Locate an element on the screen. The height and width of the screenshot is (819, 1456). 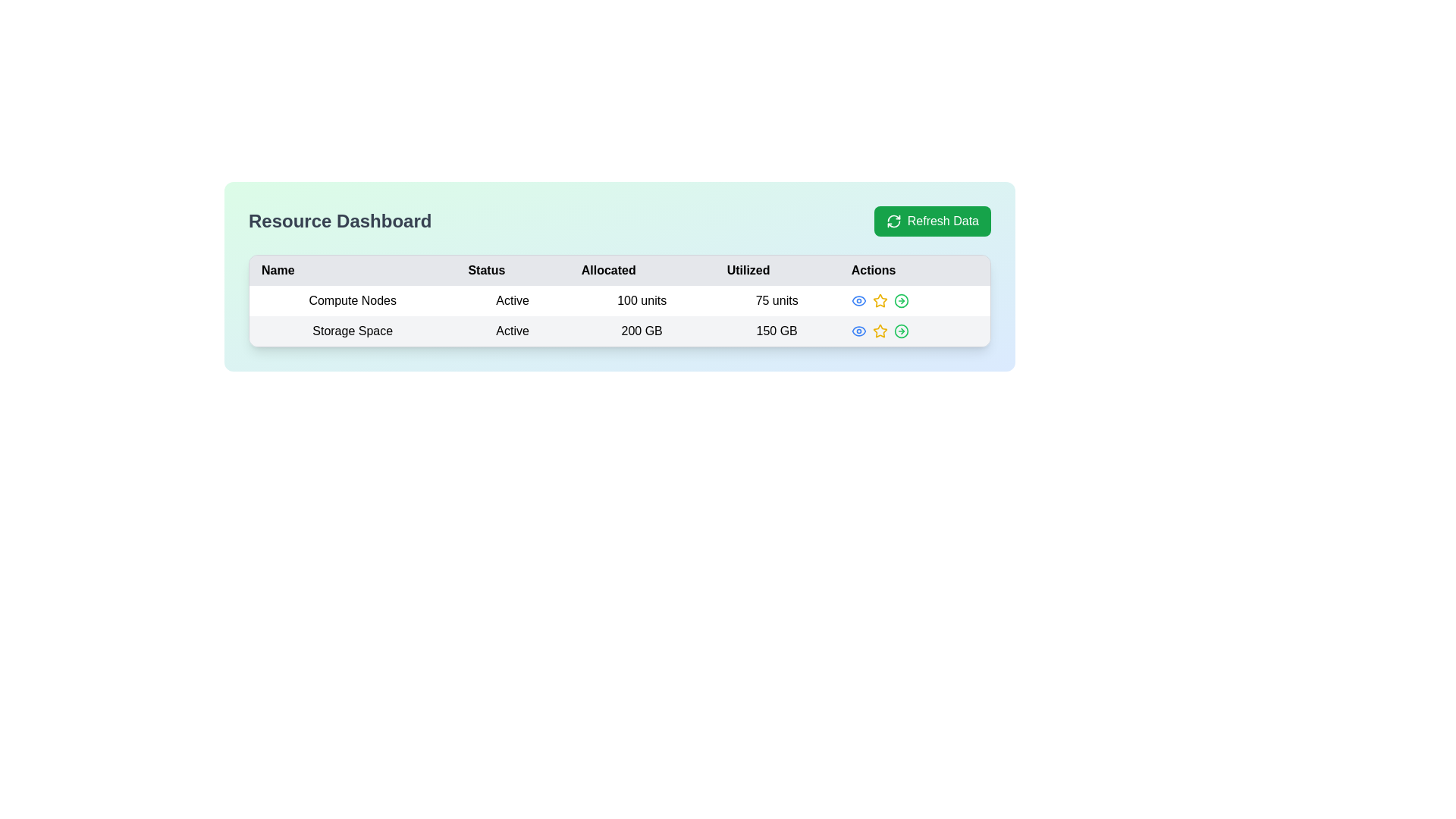
the 'Active' text label in bold black font, located in the 'Status' column of the first row under 'Compute Nodes' in the Resource Dashboard is located at coordinates (513, 301).